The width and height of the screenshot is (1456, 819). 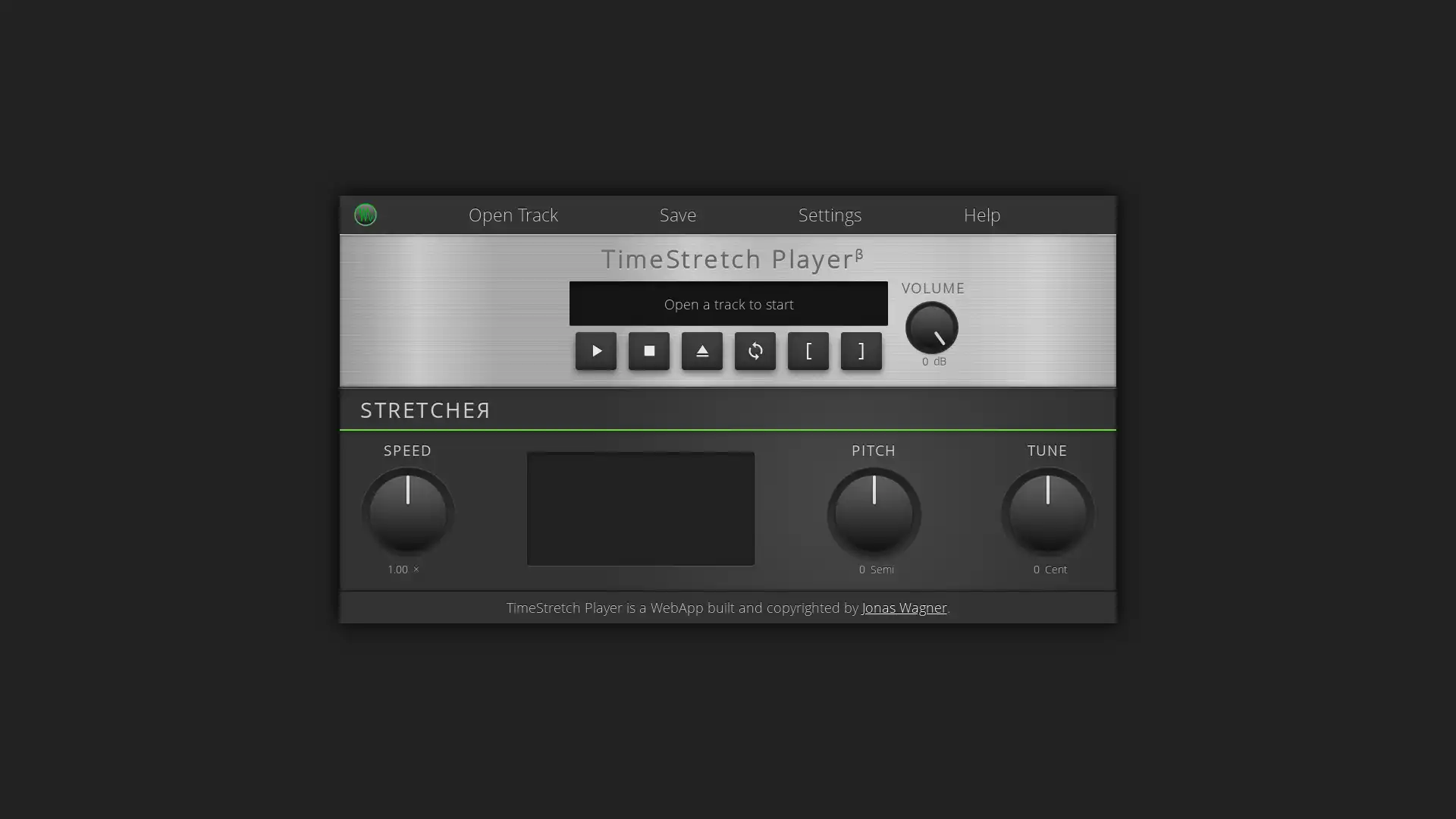 I want to click on Choose File, so click(x=473, y=205).